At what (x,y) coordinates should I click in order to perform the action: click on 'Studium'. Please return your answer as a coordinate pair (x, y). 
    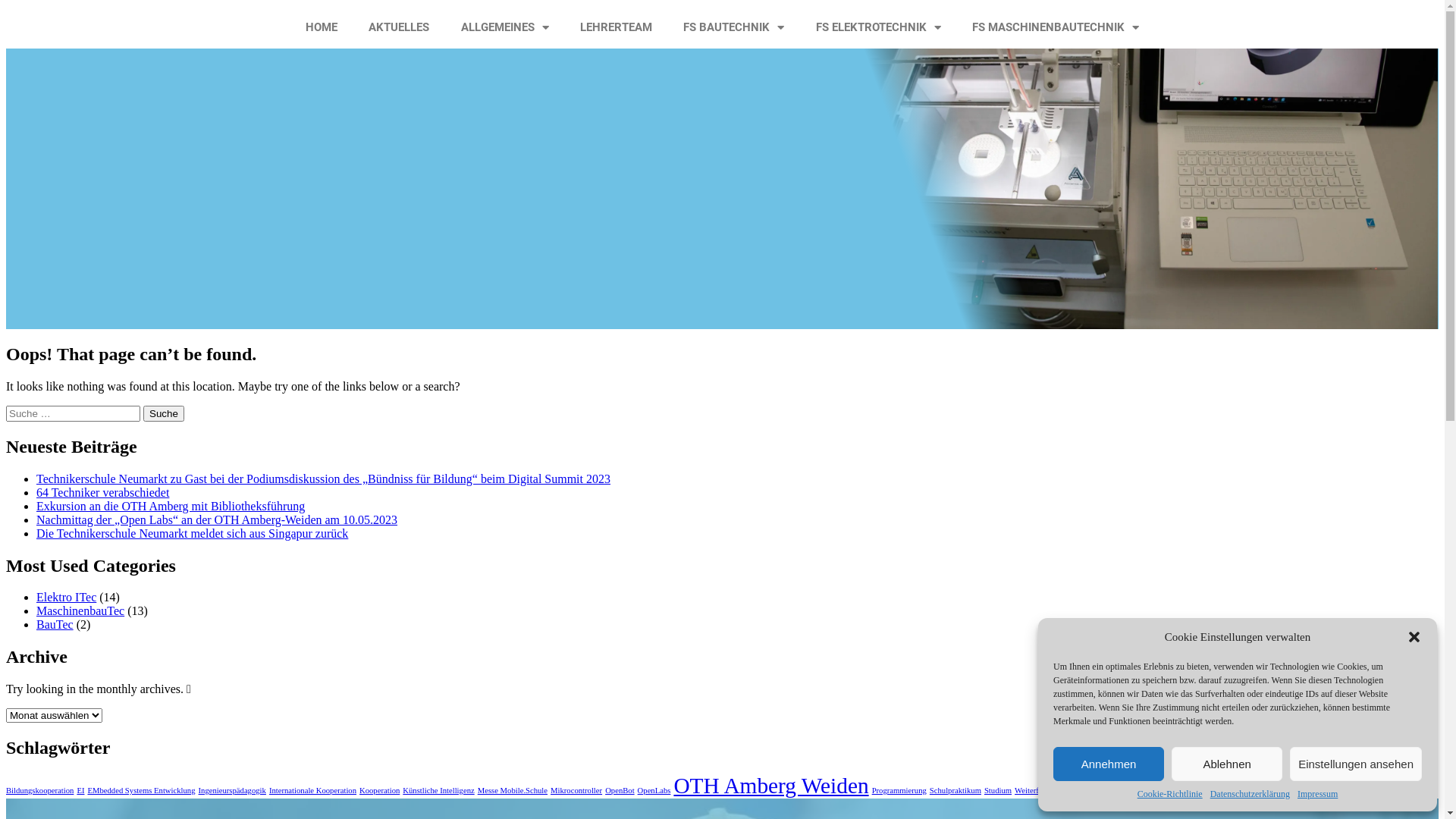
    Looking at the image, I should click on (997, 789).